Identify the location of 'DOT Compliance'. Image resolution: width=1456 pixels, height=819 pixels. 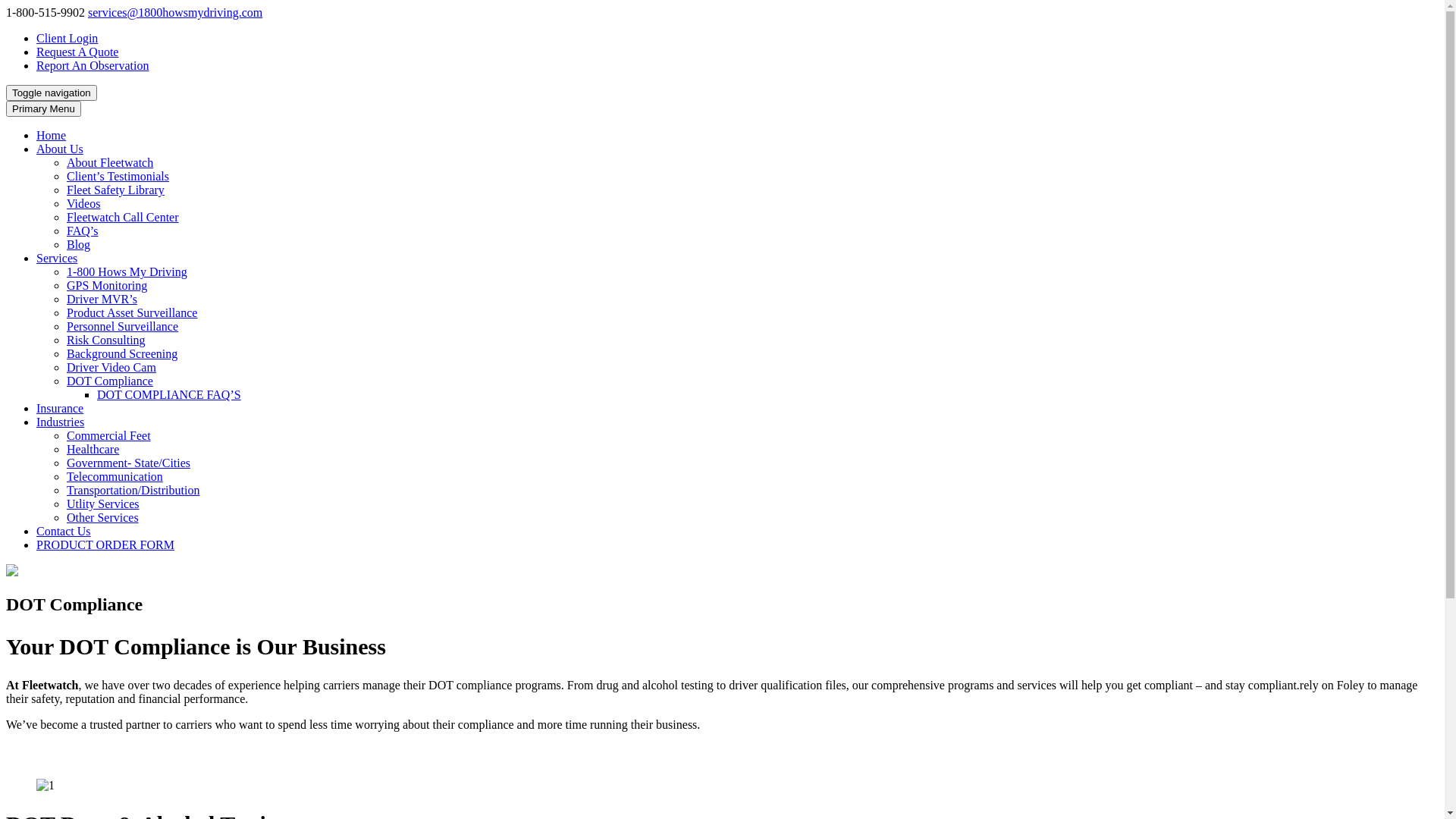
(108, 380).